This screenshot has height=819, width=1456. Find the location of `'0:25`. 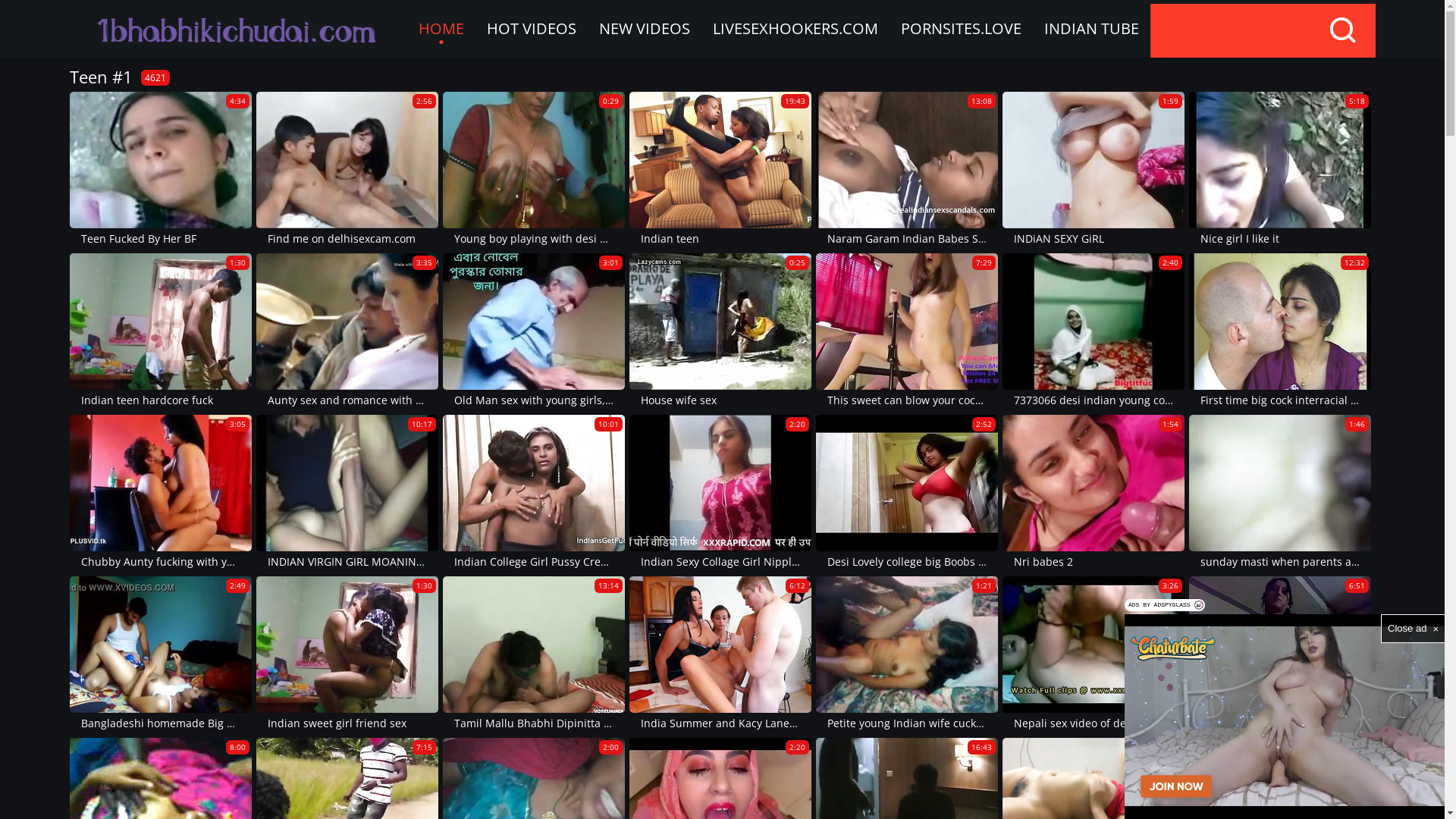

'0:25 is located at coordinates (720, 331).